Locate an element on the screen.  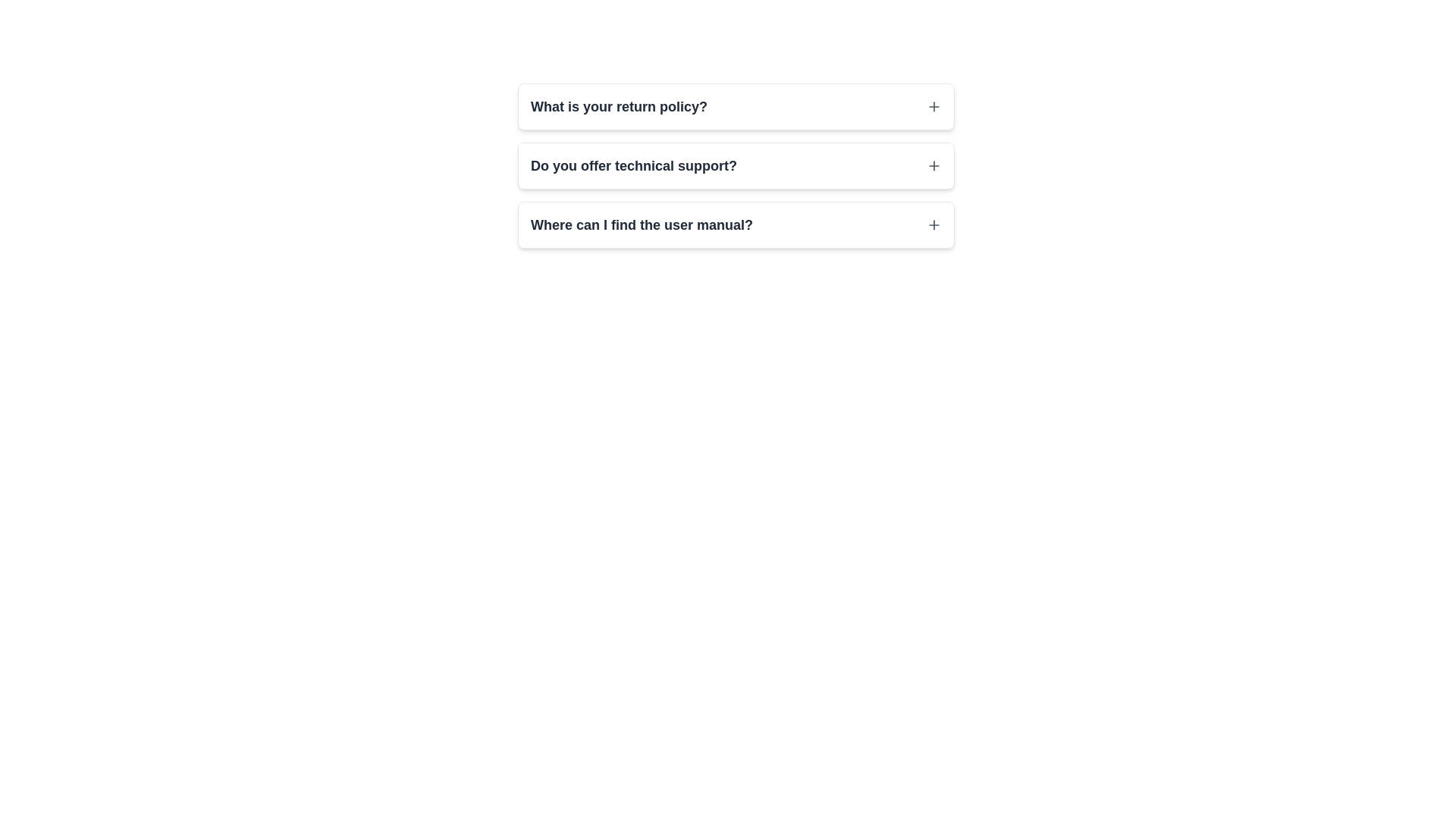
the small square-shaped button with a gray plus icon located to the right of the 'Do you offer technical support?' text is located at coordinates (934, 166).